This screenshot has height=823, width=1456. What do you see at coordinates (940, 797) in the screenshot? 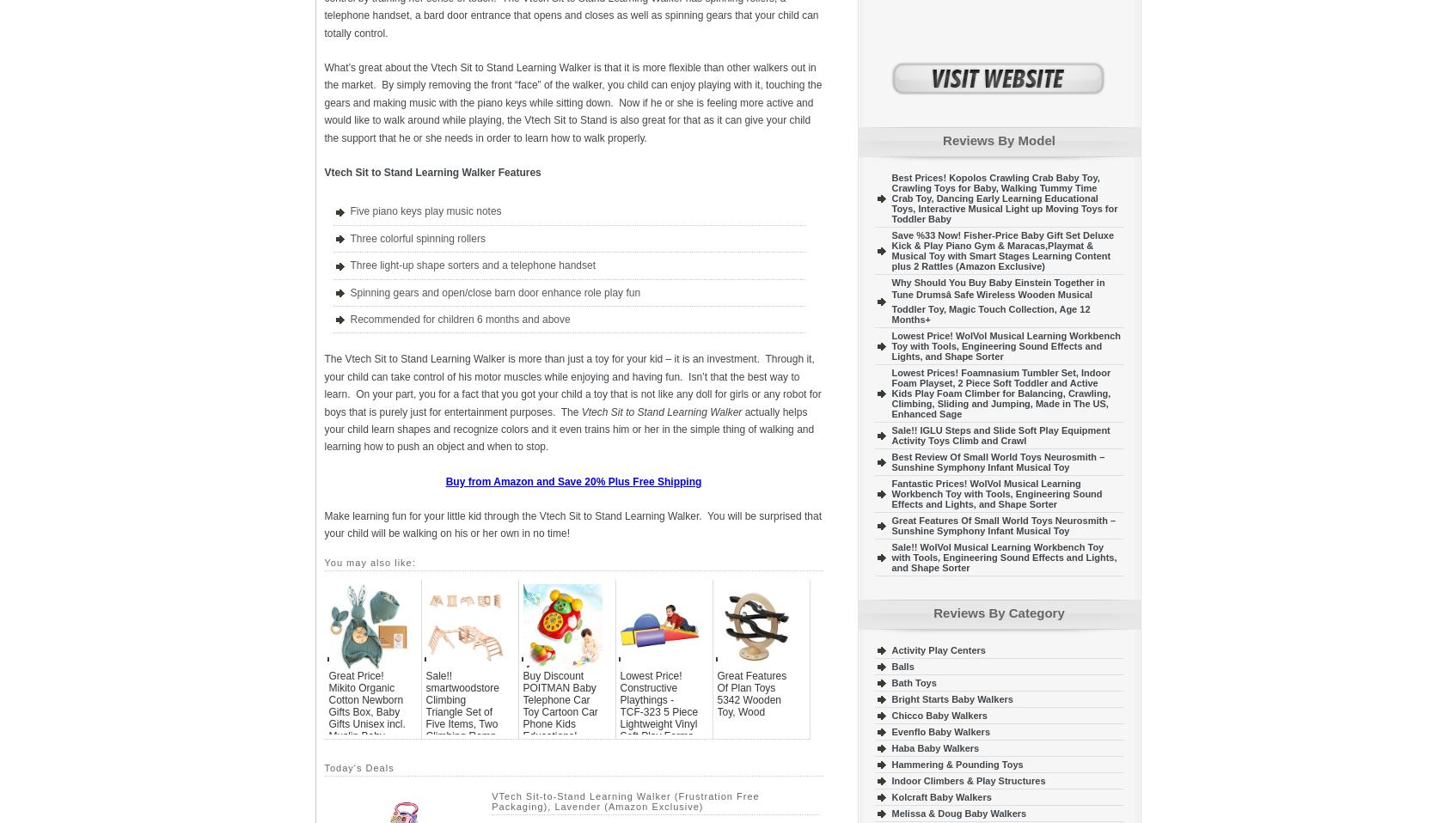
I see `'Kolcraft Baby Walkers'` at bounding box center [940, 797].